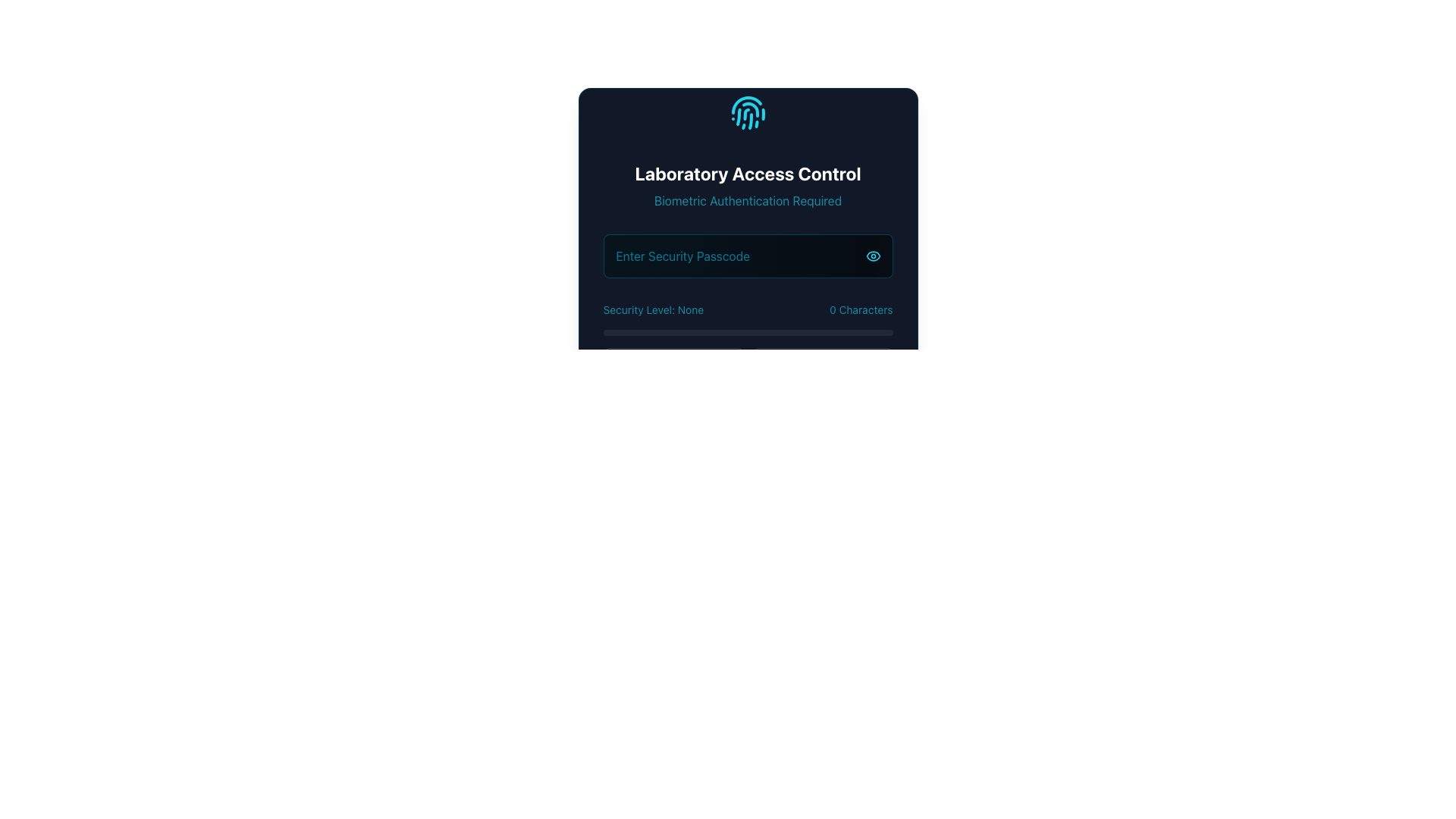 Image resolution: width=1456 pixels, height=819 pixels. Describe the element at coordinates (748, 172) in the screenshot. I see `text of the header element positioned above 'Biometric Authentication Required', which serves as the title of the interface` at that location.